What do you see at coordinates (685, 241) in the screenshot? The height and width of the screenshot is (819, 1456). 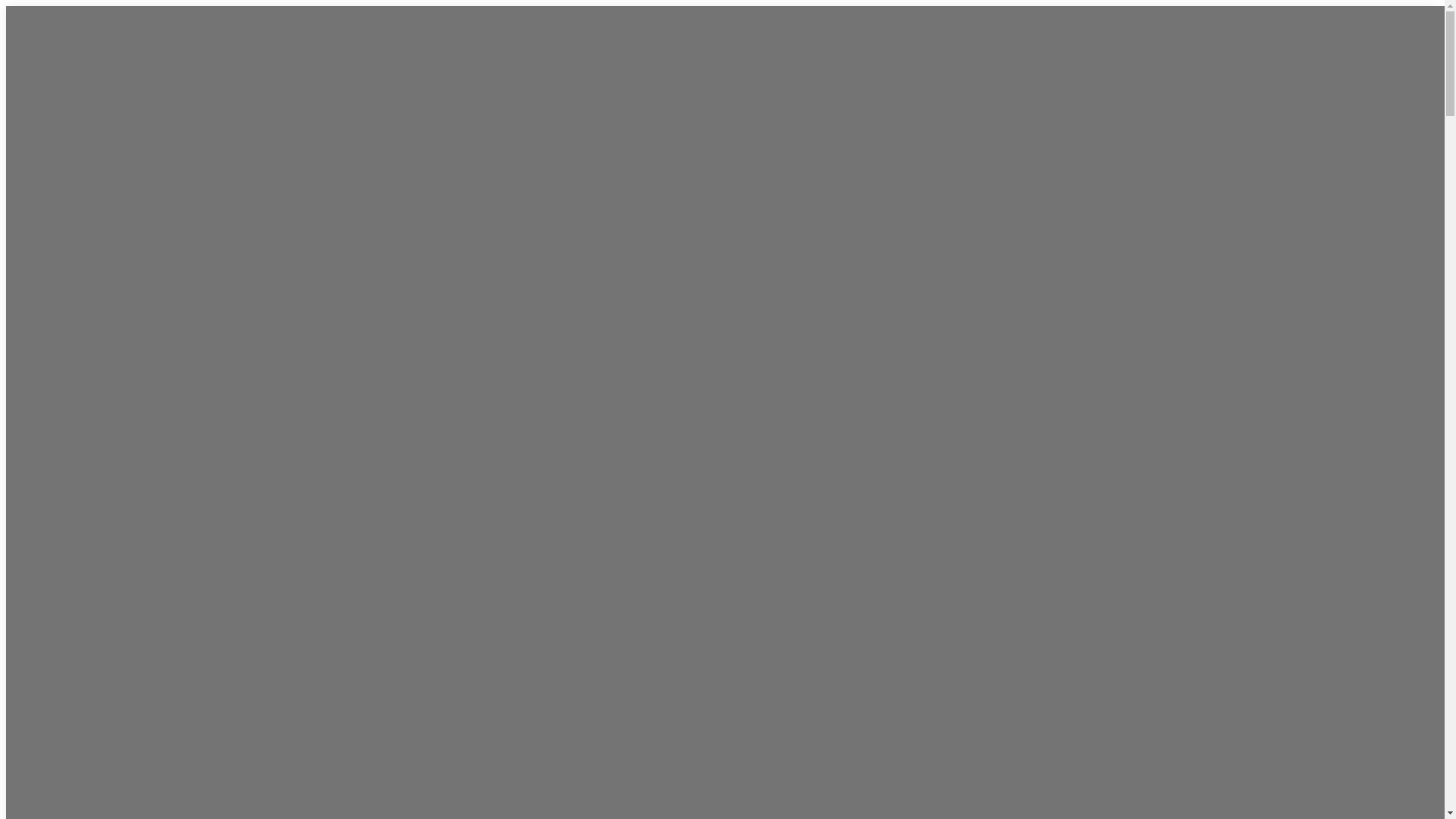 I see `'Easements Lawyers'` at bounding box center [685, 241].